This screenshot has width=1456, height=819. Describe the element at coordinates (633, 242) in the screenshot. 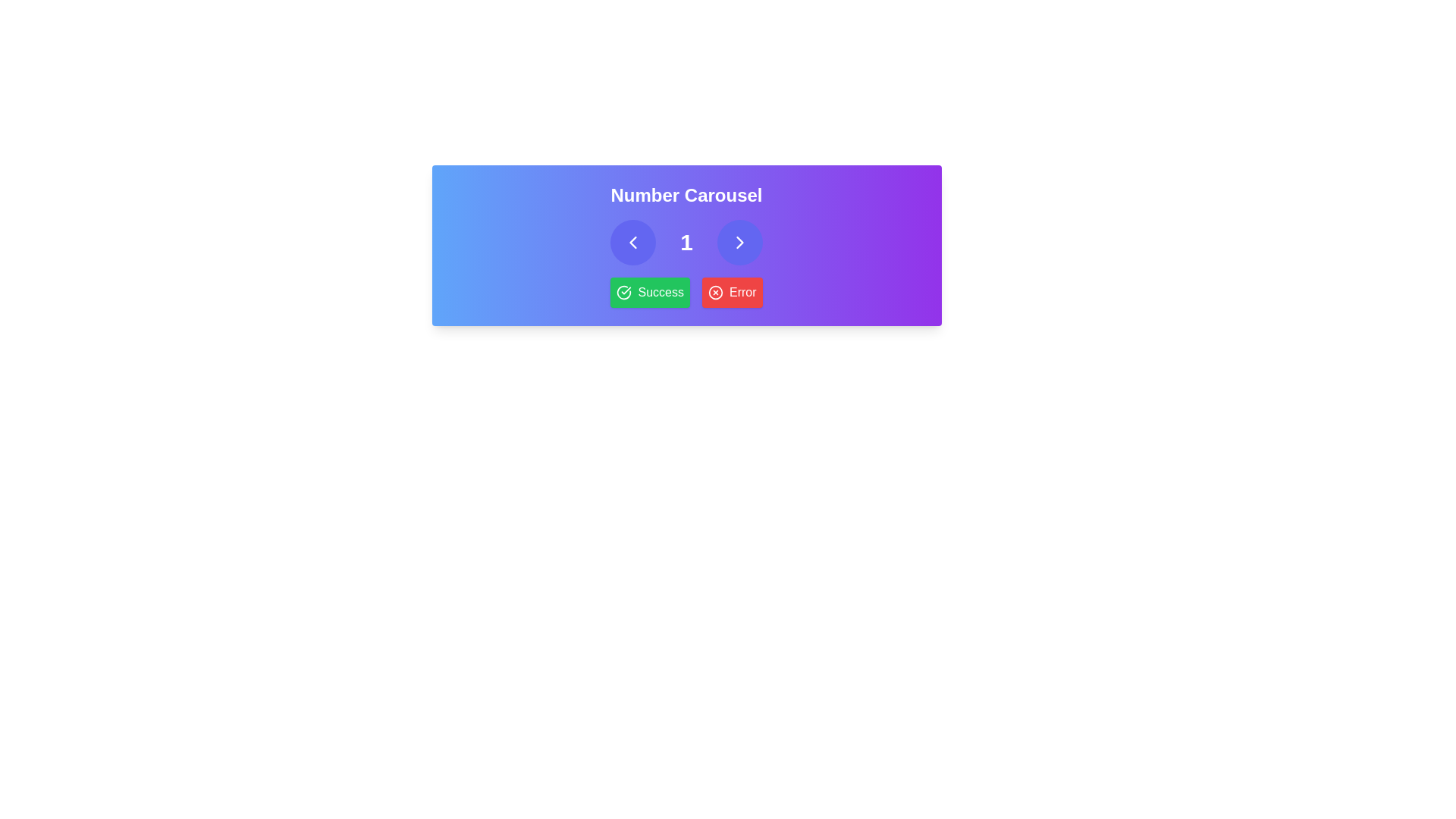

I see `the circular button with a purple background and white chevron-left icon, located to the left of the center numeric display '1'` at that location.